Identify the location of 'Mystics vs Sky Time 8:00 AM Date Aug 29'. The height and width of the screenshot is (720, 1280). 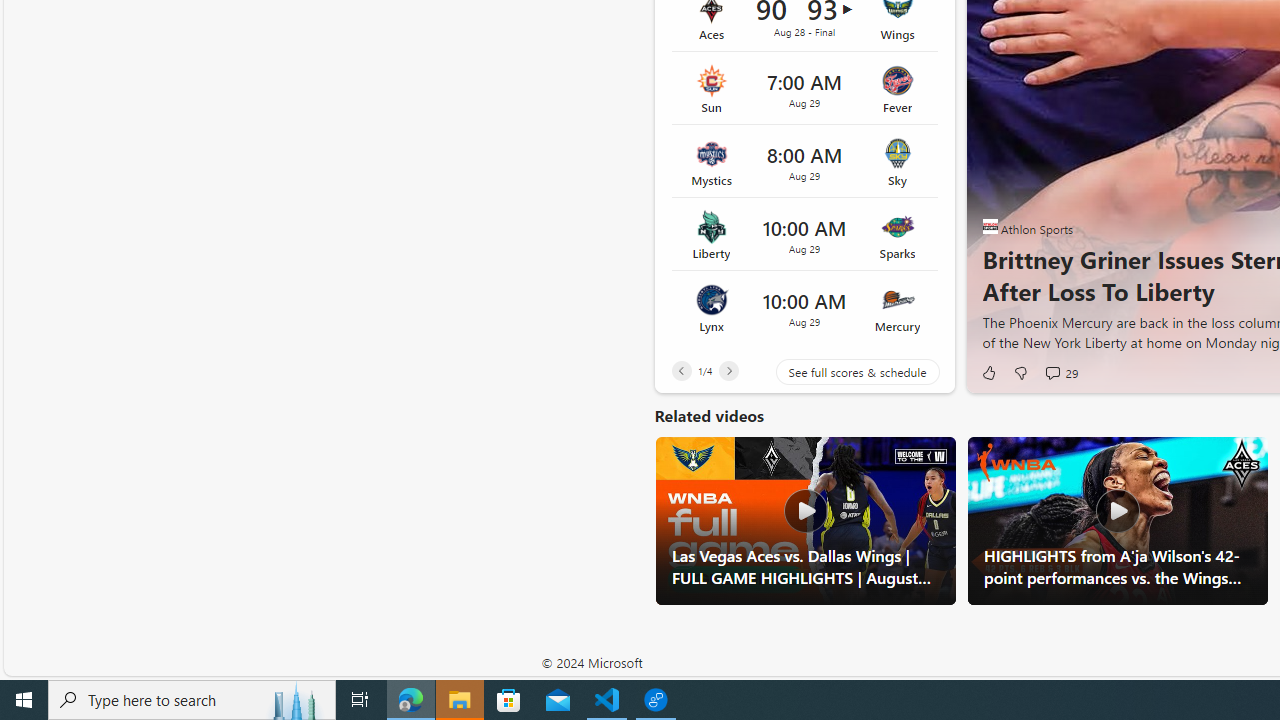
(804, 161).